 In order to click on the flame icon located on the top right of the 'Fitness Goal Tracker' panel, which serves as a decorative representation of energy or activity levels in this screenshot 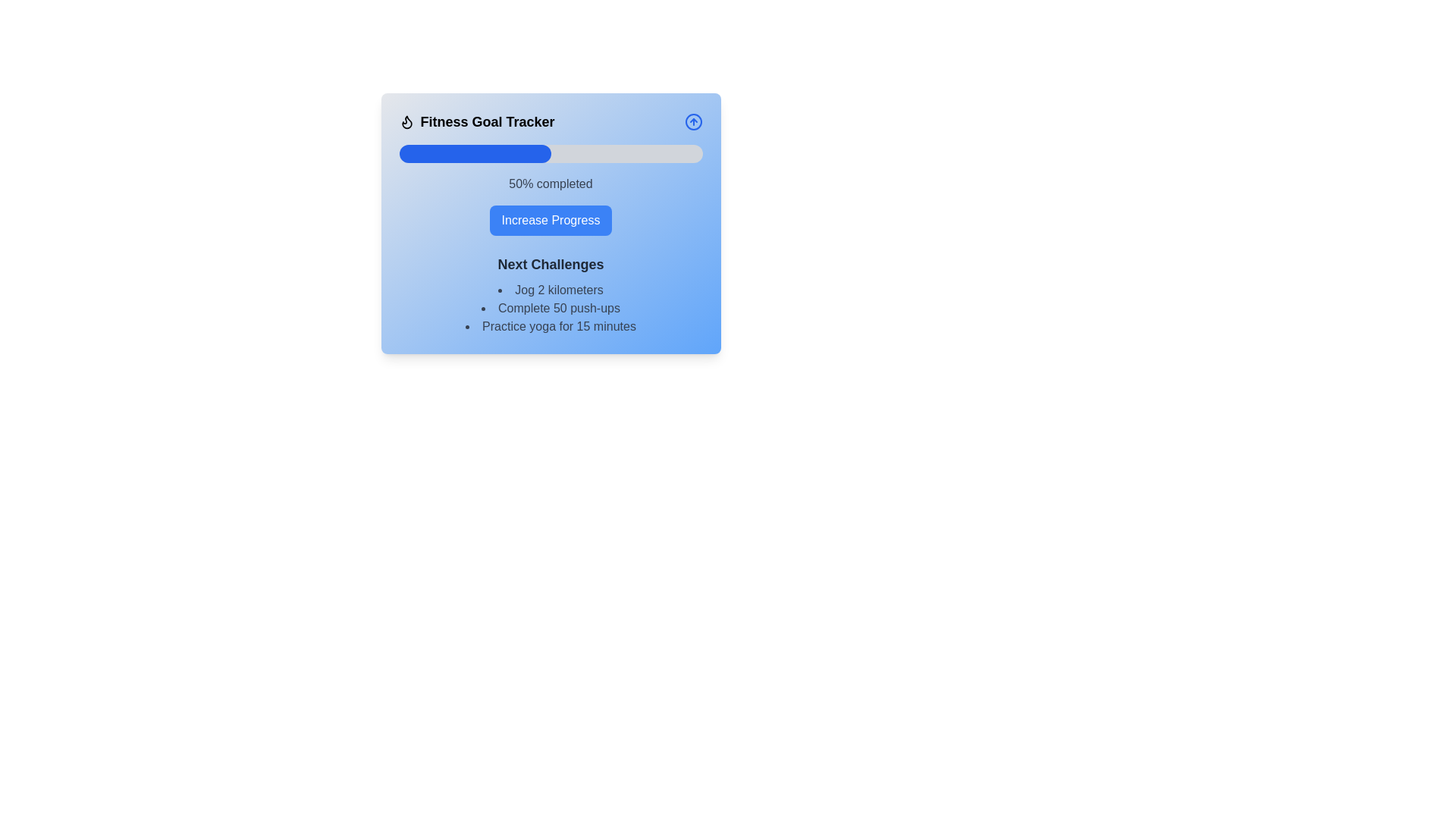, I will do `click(406, 121)`.